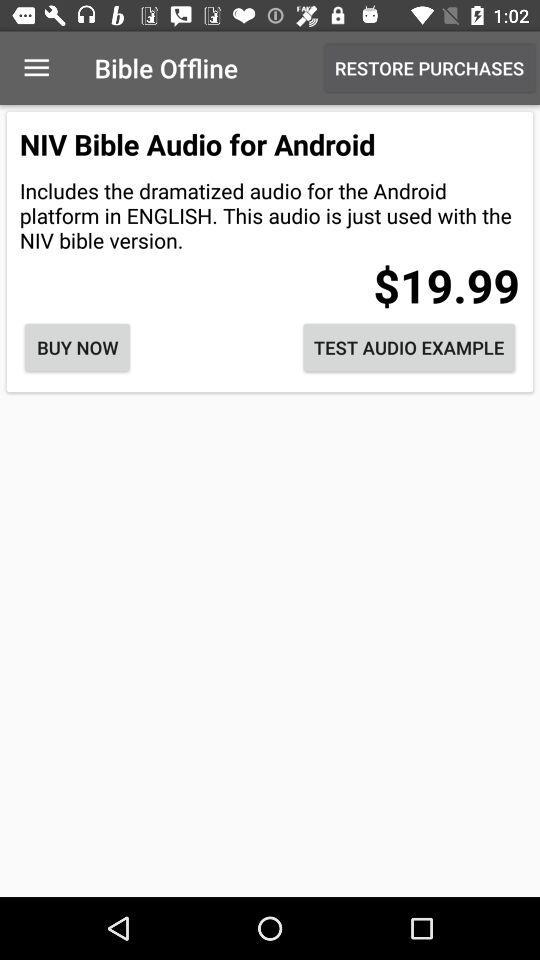 The width and height of the screenshot is (540, 960). I want to click on item below includes the dramatized, so click(76, 347).